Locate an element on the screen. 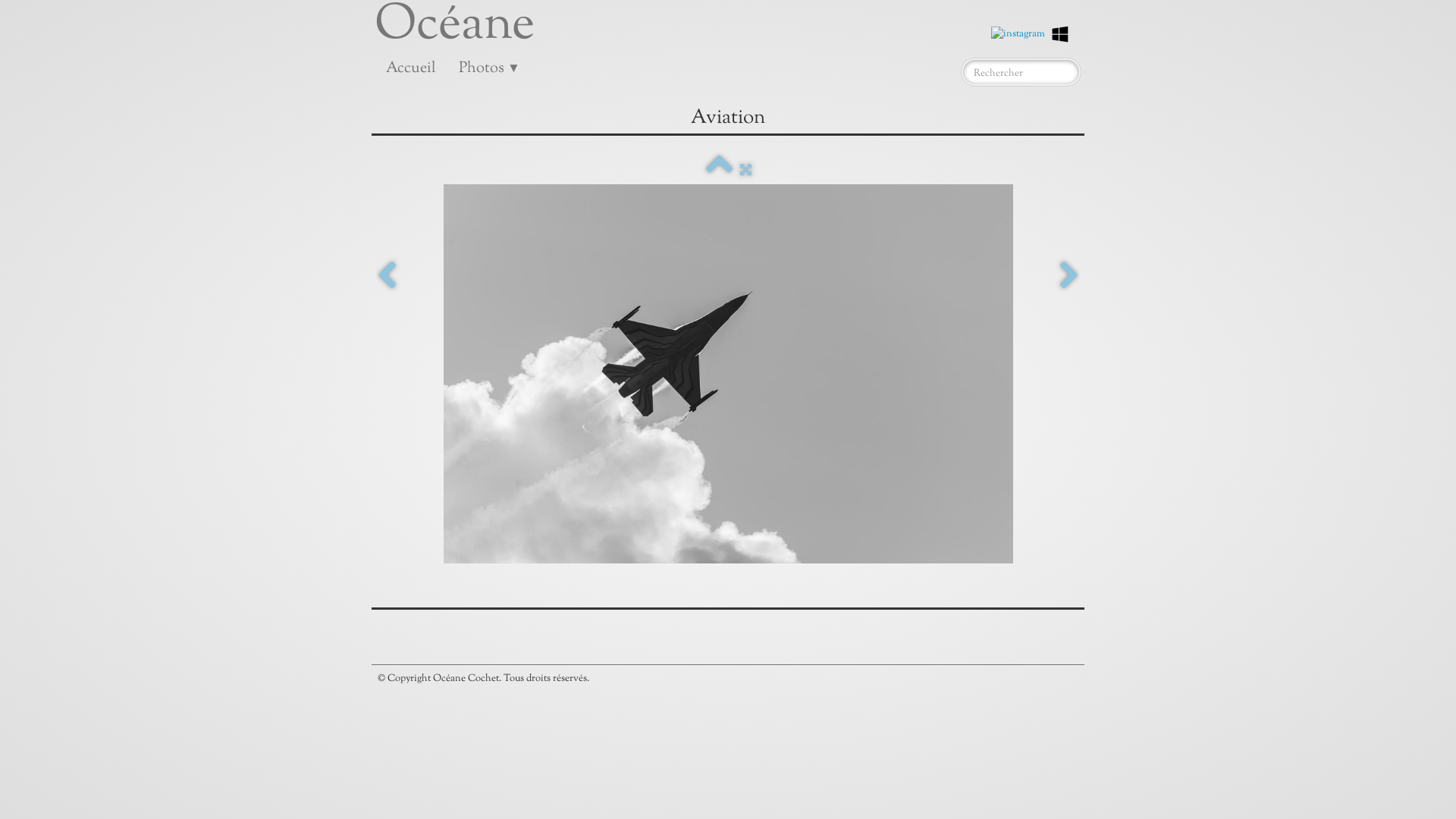 Image resolution: width=1456 pixels, height=819 pixels. 'Accueil' is located at coordinates (411, 69).